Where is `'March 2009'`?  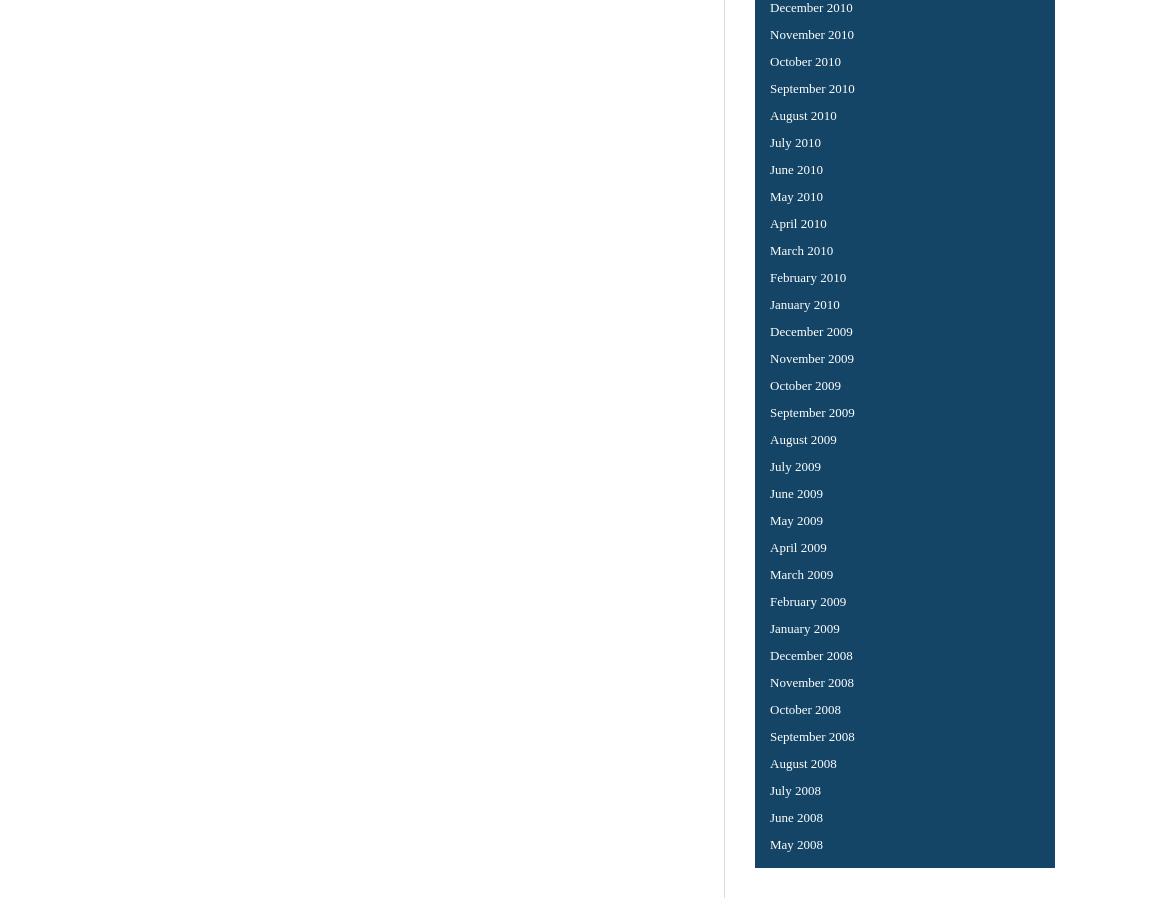 'March 2009' is located at coordinates (800, 573).